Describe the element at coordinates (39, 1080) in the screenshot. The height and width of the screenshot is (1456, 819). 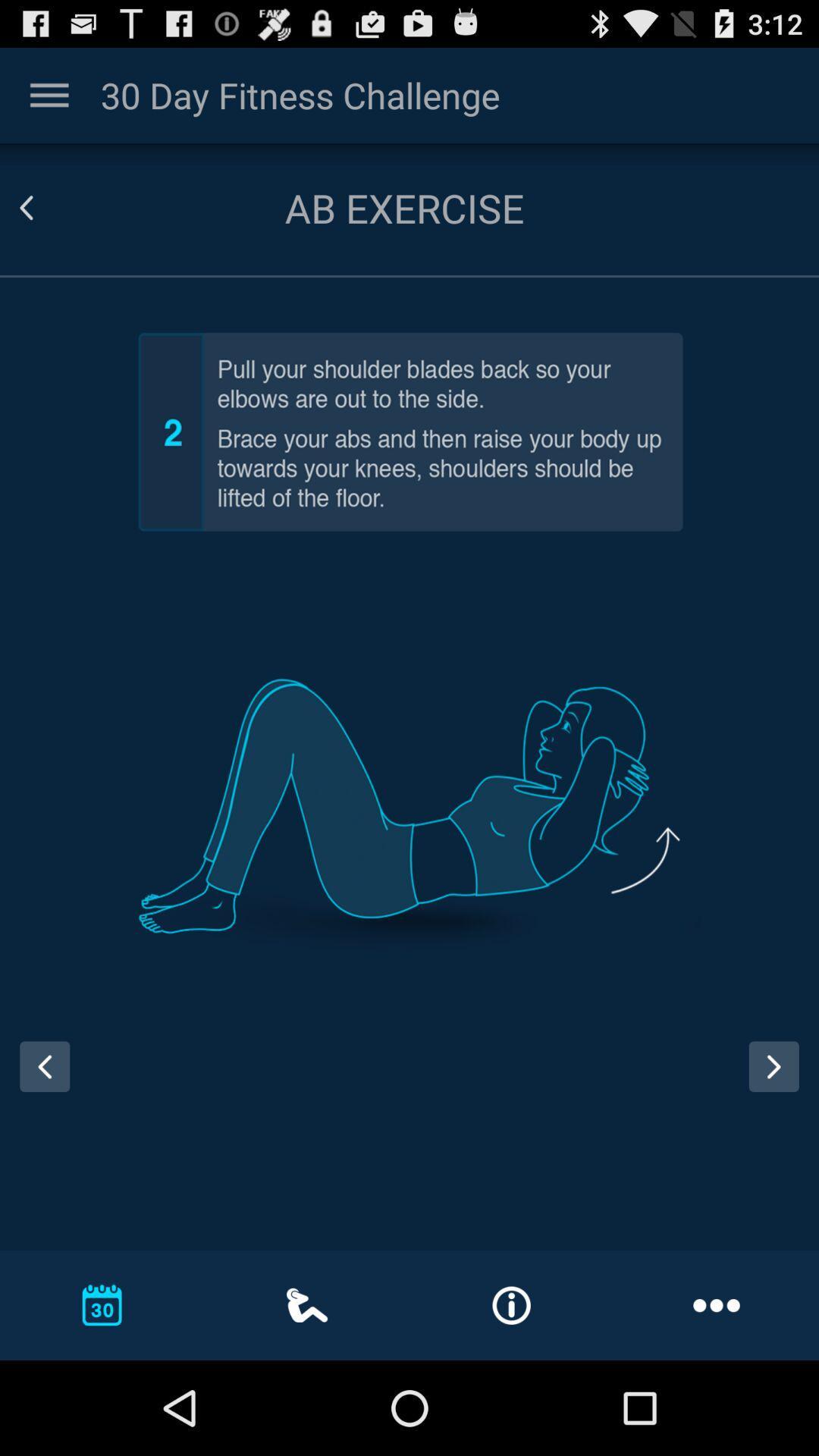
I see `previous exercise` at that location.